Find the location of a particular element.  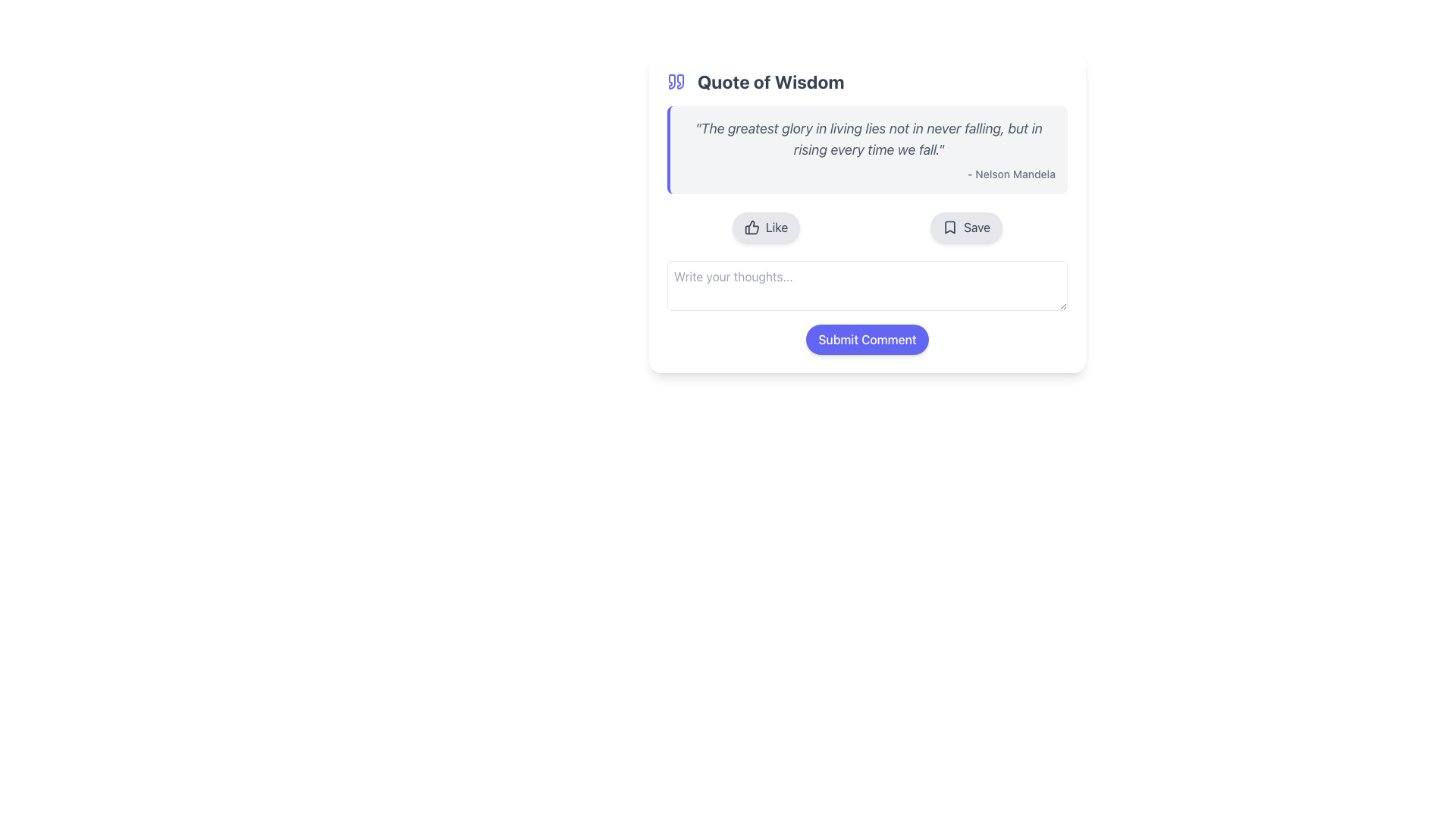

motivational quote displayed in the main content text block located at the top middle of the interface, above the attribution text is located at coordinates (869, 140).